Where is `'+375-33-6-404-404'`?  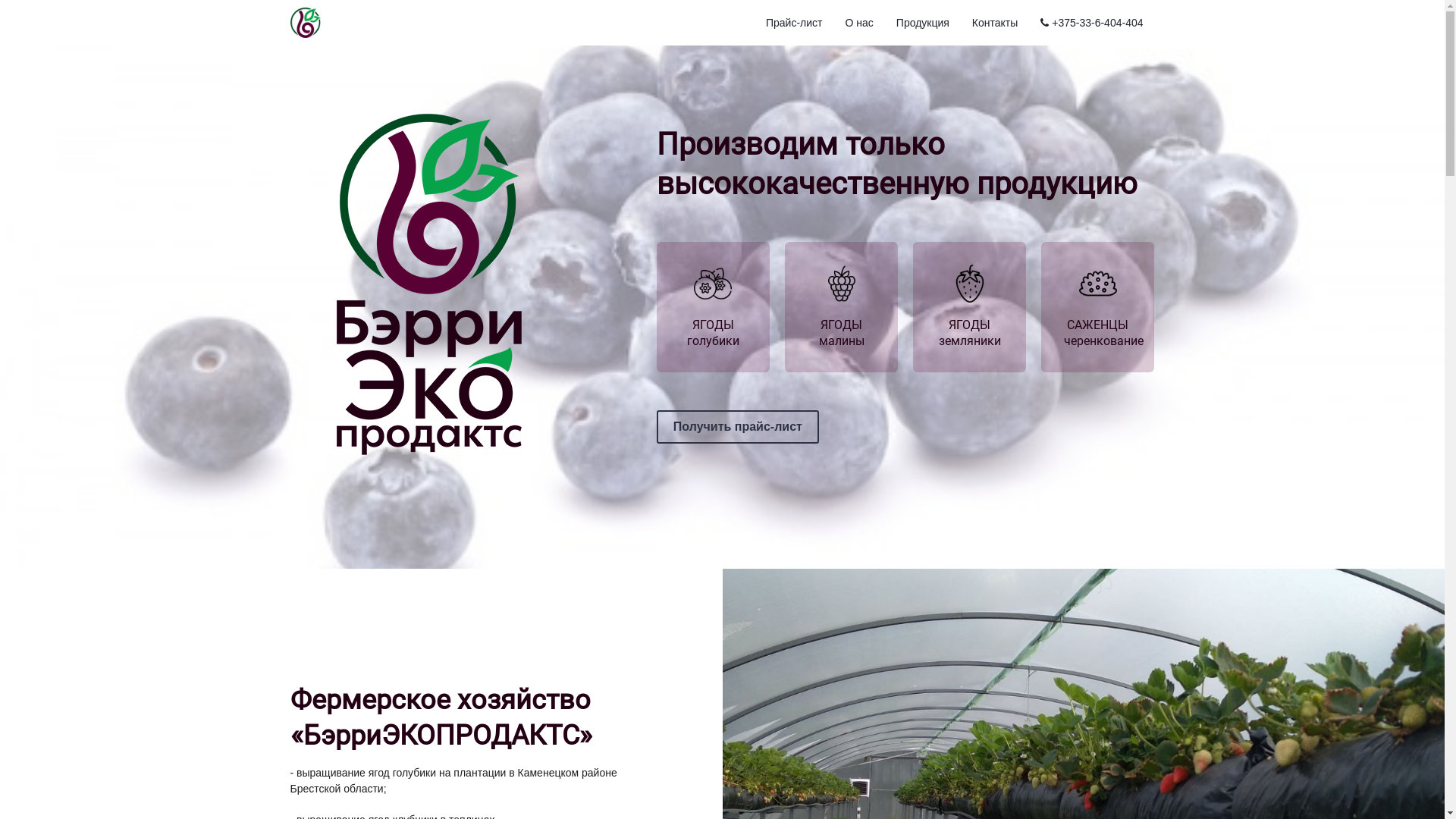 '+375-33-6-404-404' is located at coordinates (1031, 23).